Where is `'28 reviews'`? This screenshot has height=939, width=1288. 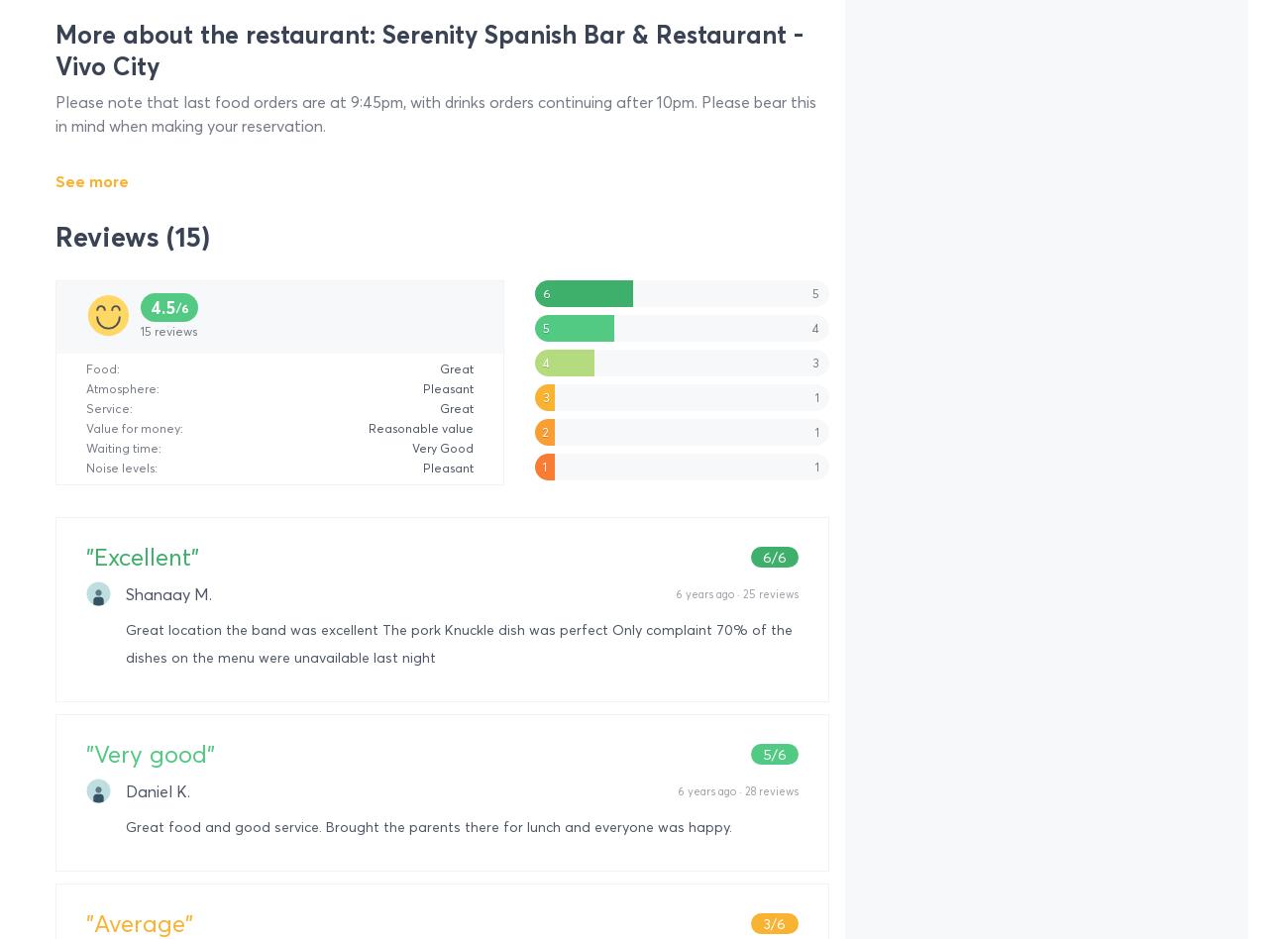
'28 reviews' is located at coordinates (770, 790).